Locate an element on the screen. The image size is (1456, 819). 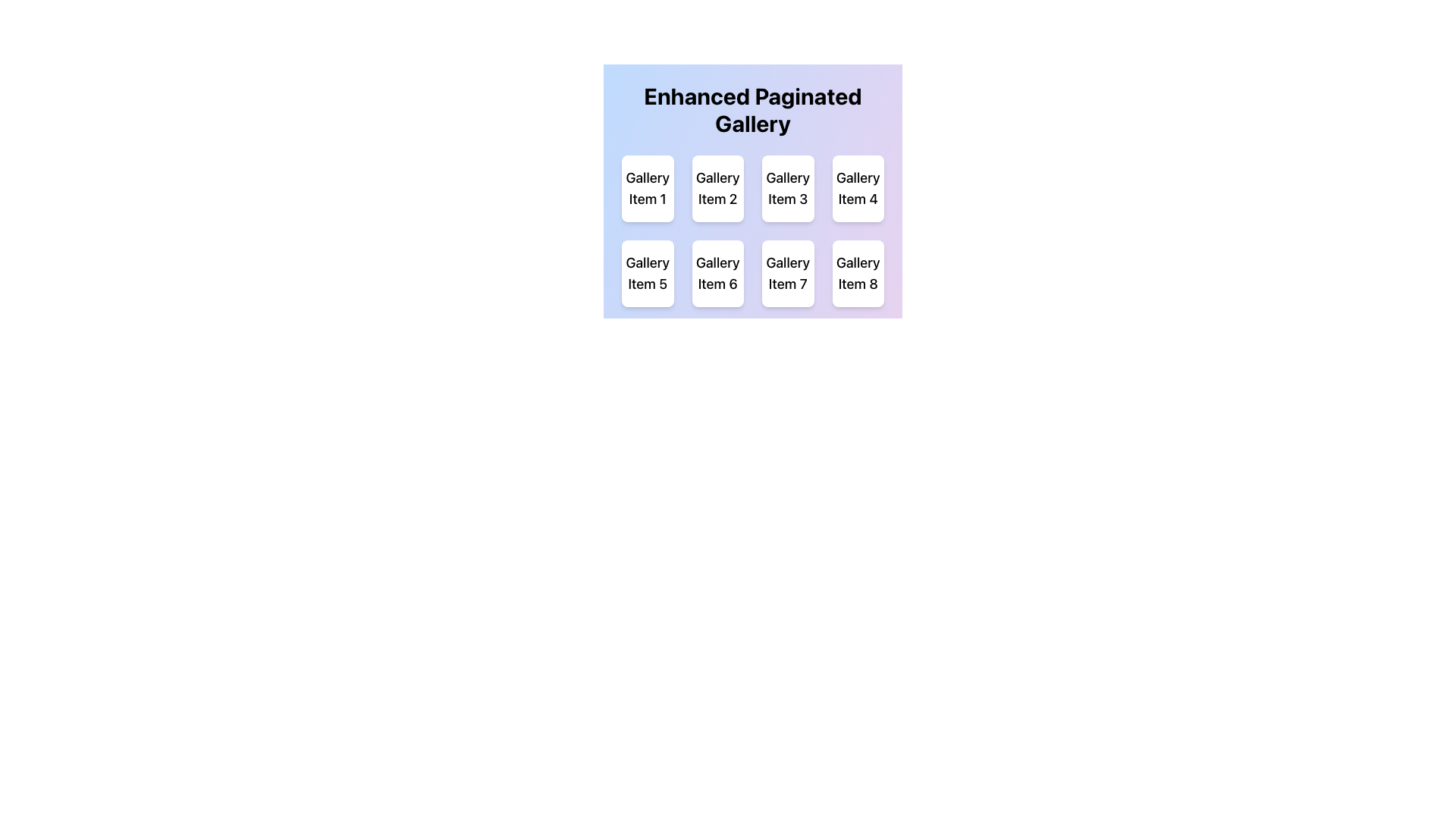
the third card in the gallery grid is located at coordinates (788, 188).